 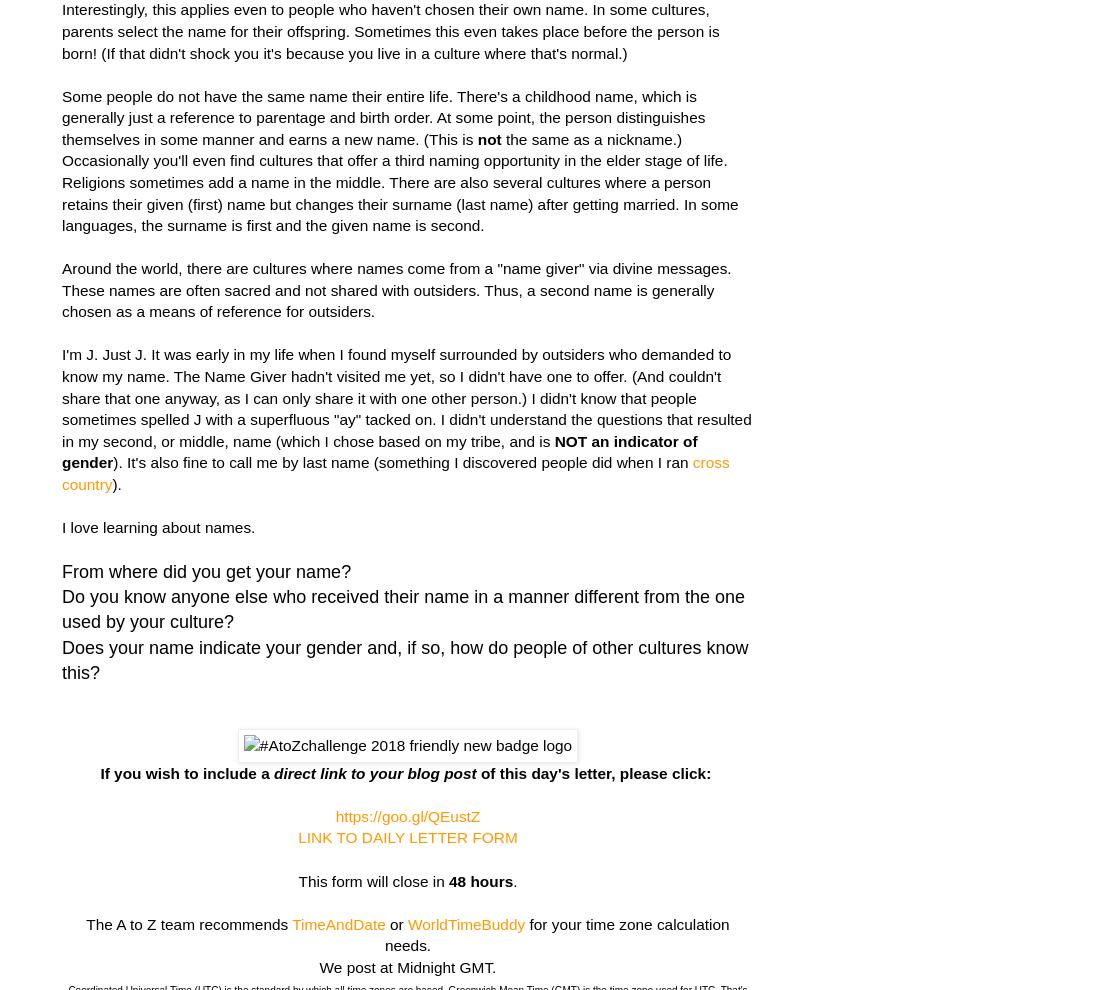 What do you see at coordinates (466, 922) in the screenshot?
I see `'WorldTimeBuddy'` at bounding box center [466, 922].